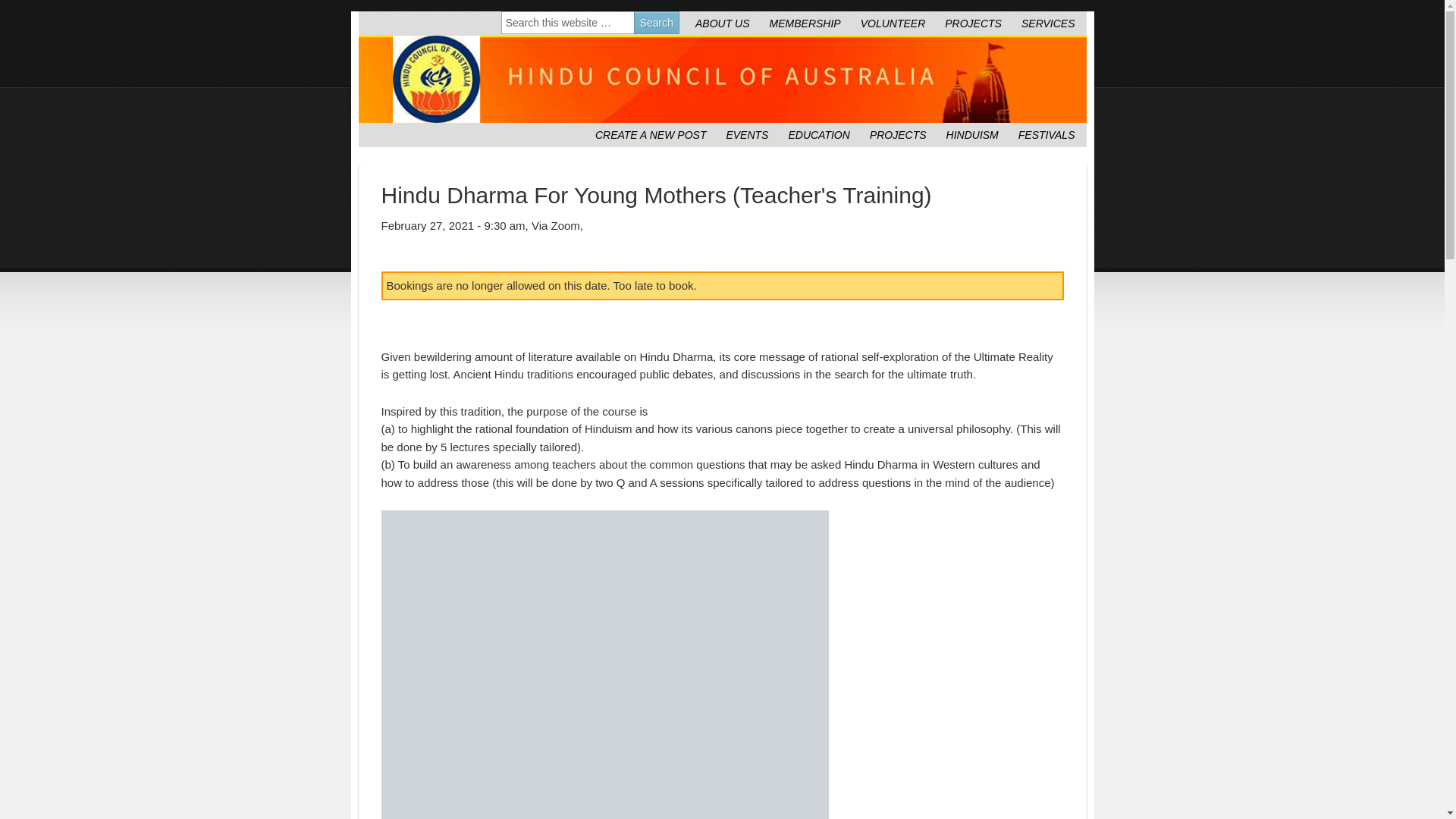 The width and height of the screenshot is (1456, 819). I want to click on 'VOLUNTEER', so click(893, 23).